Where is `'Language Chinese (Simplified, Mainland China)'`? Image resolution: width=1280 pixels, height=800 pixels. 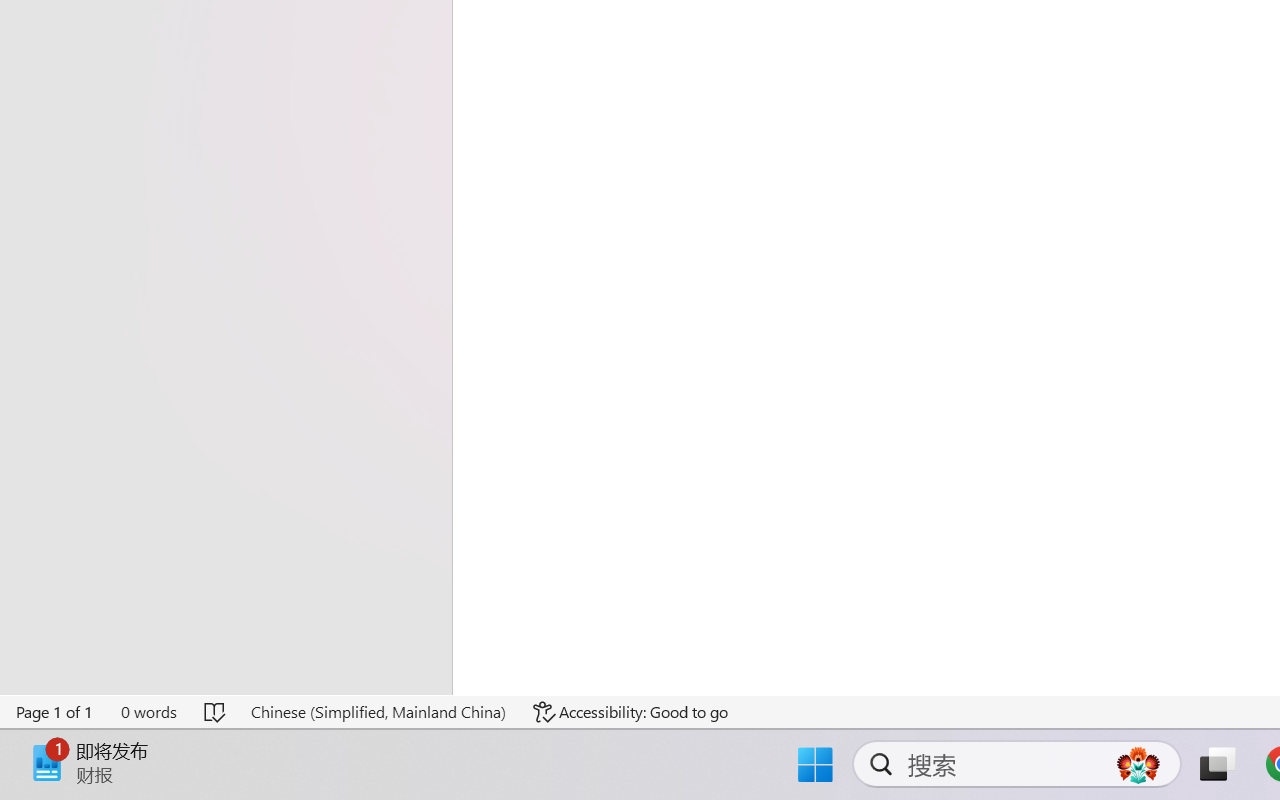
'Language Chinese (Simplified, Mainland China)' is located at coordinates (378, 711).